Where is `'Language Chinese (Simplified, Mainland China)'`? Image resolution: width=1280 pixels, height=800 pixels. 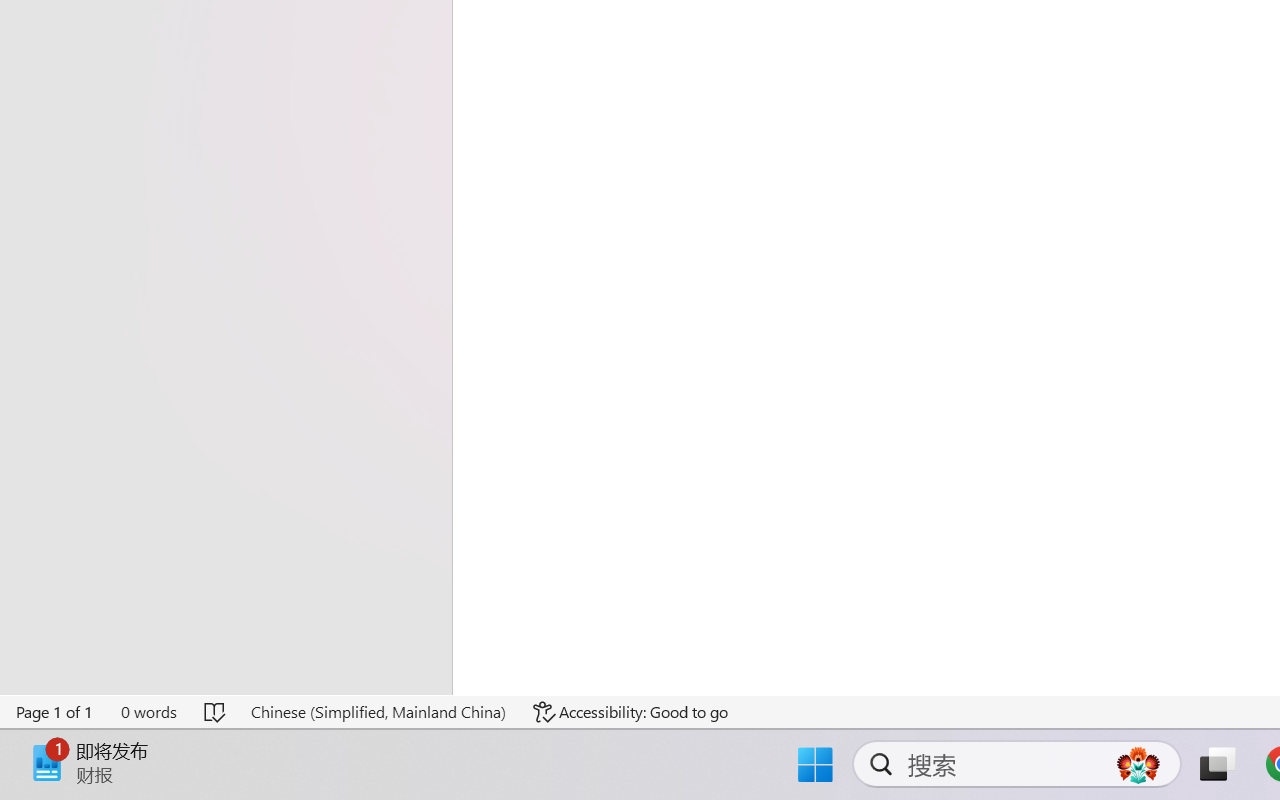
'Language Chinese (Simplified, Mainland China)' is located at coordinates (378, 711).